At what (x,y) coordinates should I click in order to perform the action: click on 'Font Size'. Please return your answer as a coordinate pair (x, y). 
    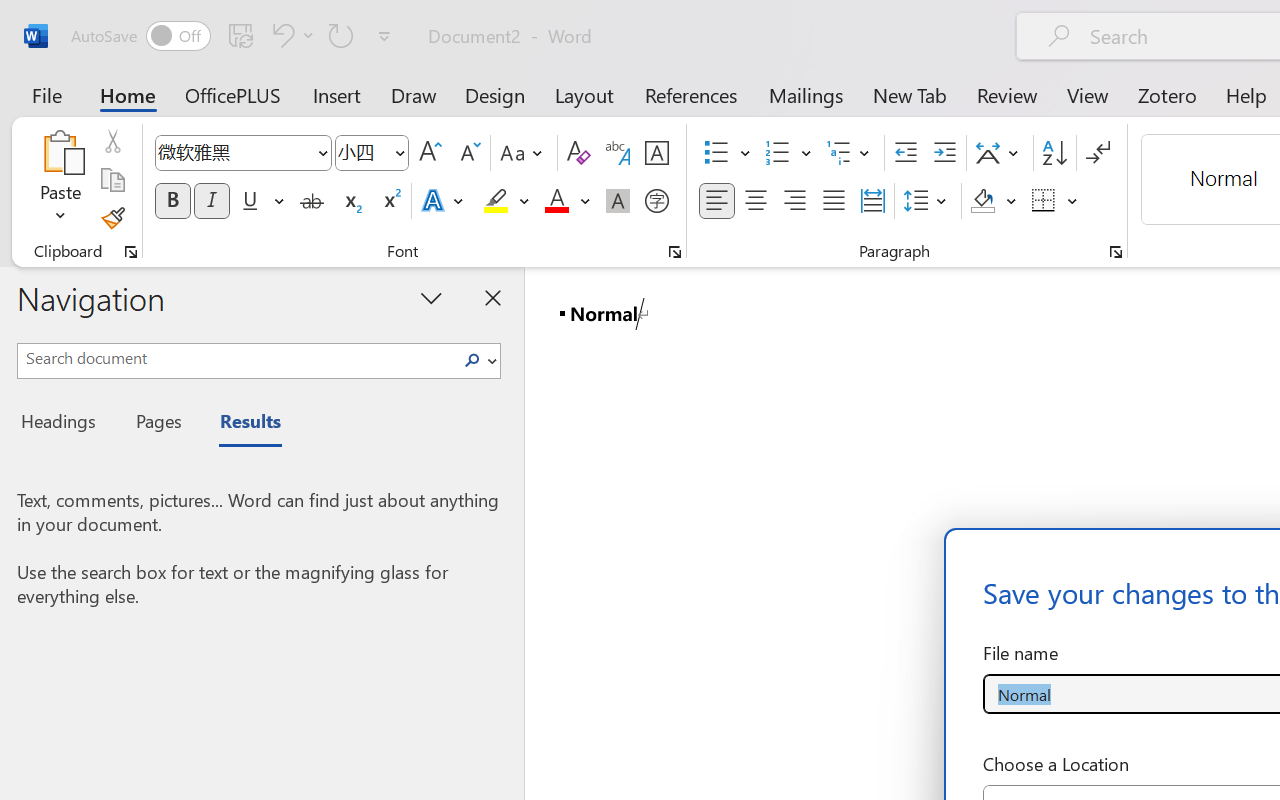
    Looking at the image, I should click on (362, 152).